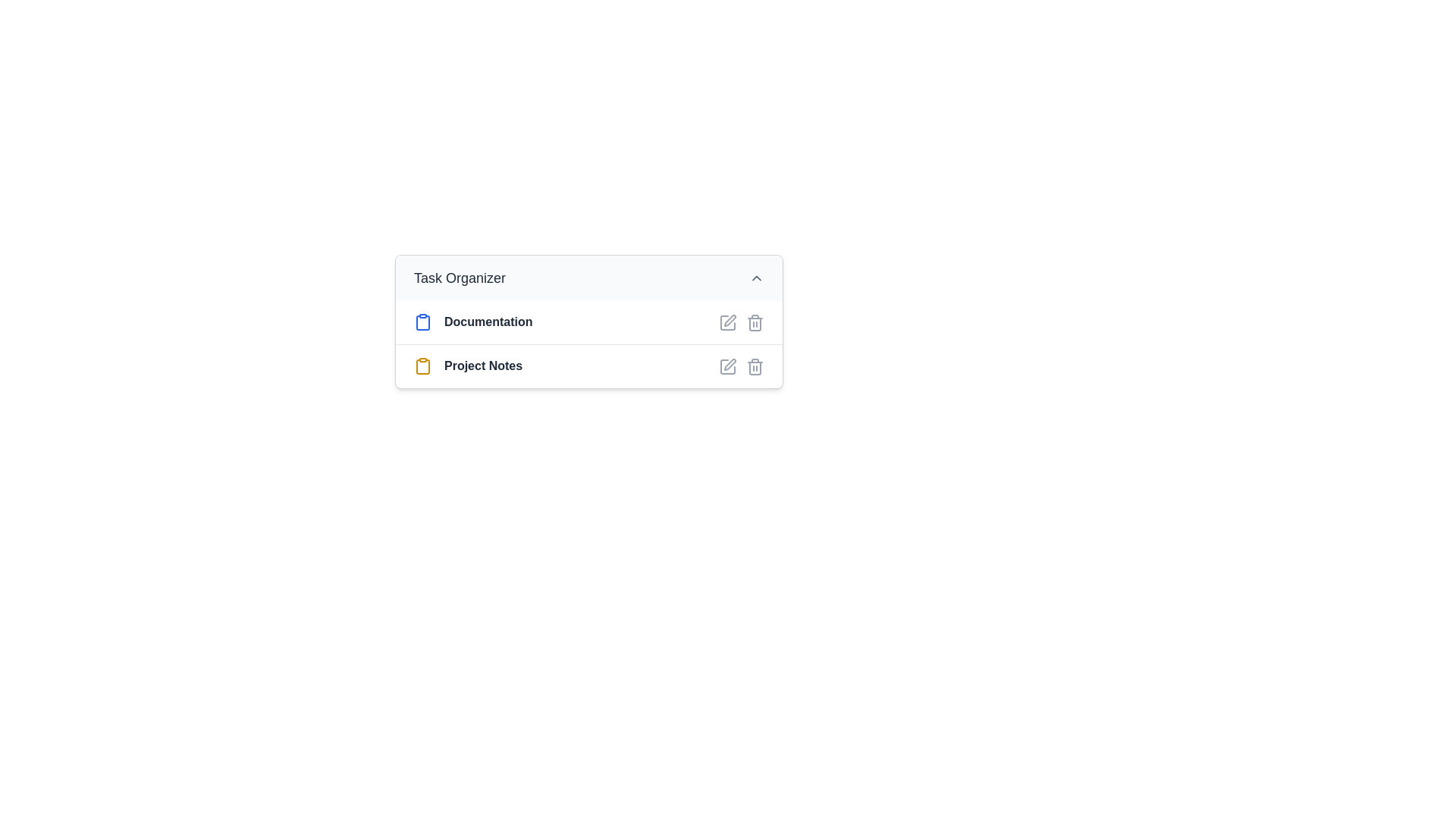 The image size is (1456, 819). I want to click on the Spacer layout structure element located on the right end of the list item row for 'Project Notes', adjacent to the edit and delete icons, so click(643, 366).